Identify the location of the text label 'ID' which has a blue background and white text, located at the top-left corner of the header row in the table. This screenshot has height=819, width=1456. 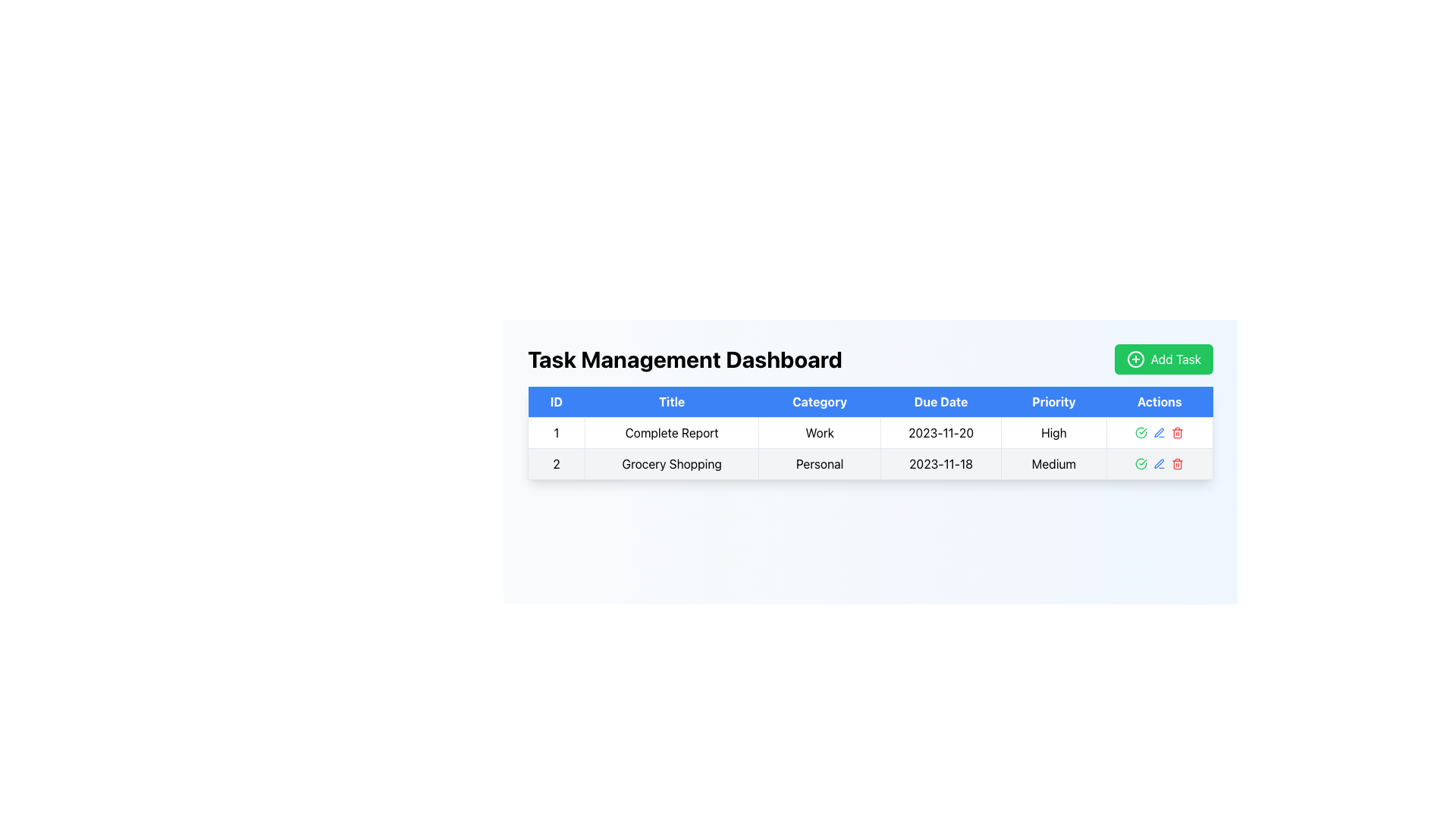
(556, 401).